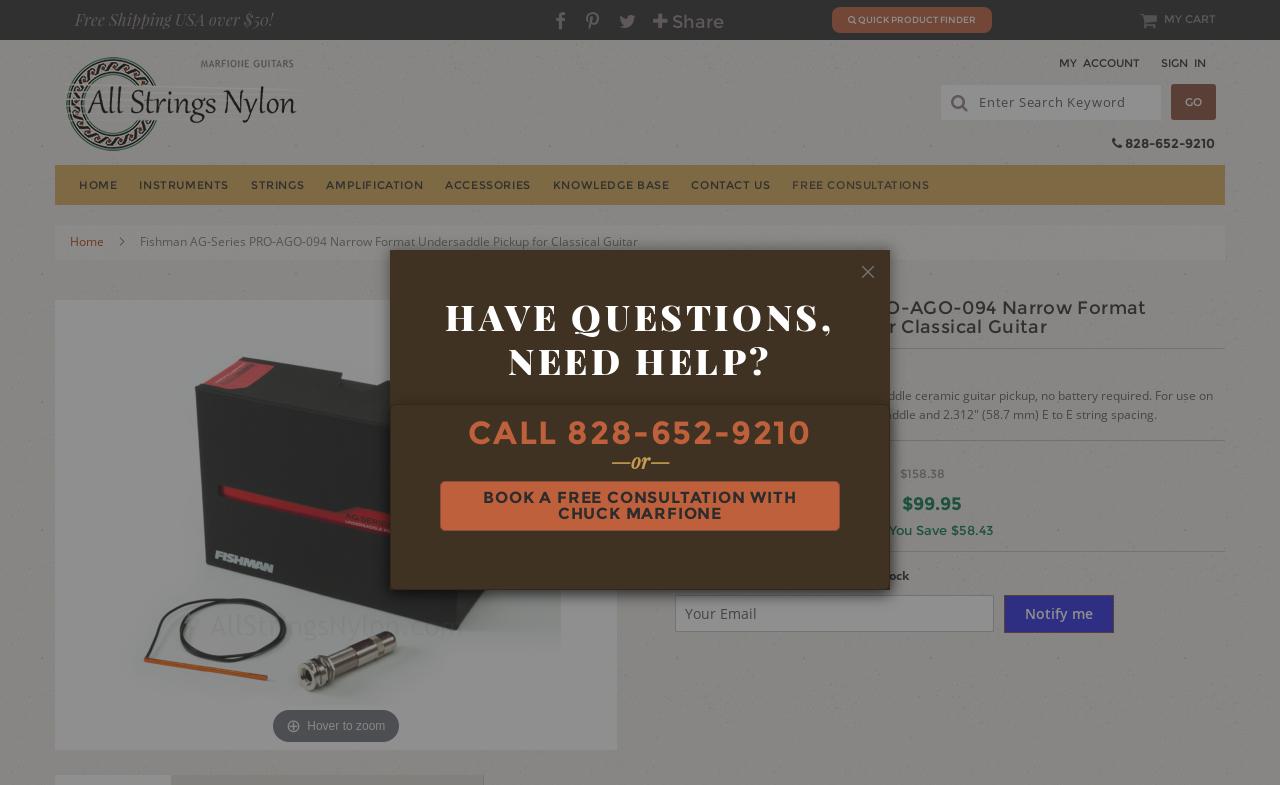  What do you see at coordinates (498, 287) in the screenshot?
I see `'Tenor Uke'` at bounding box center [498, 287].